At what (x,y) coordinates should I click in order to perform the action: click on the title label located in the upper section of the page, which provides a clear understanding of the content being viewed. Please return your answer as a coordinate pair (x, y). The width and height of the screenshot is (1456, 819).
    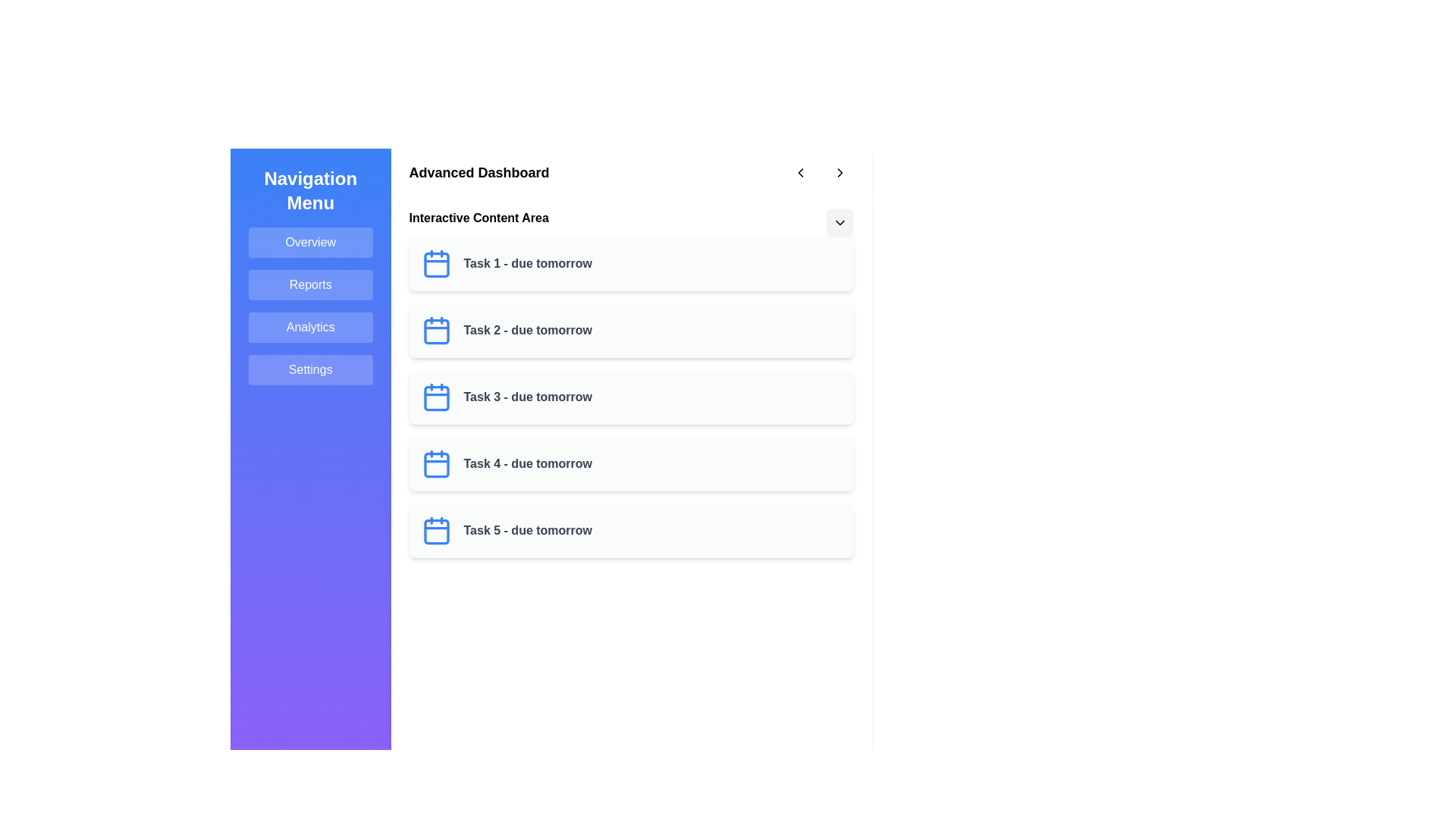
    Looking at the image, I should click on (479, 171).